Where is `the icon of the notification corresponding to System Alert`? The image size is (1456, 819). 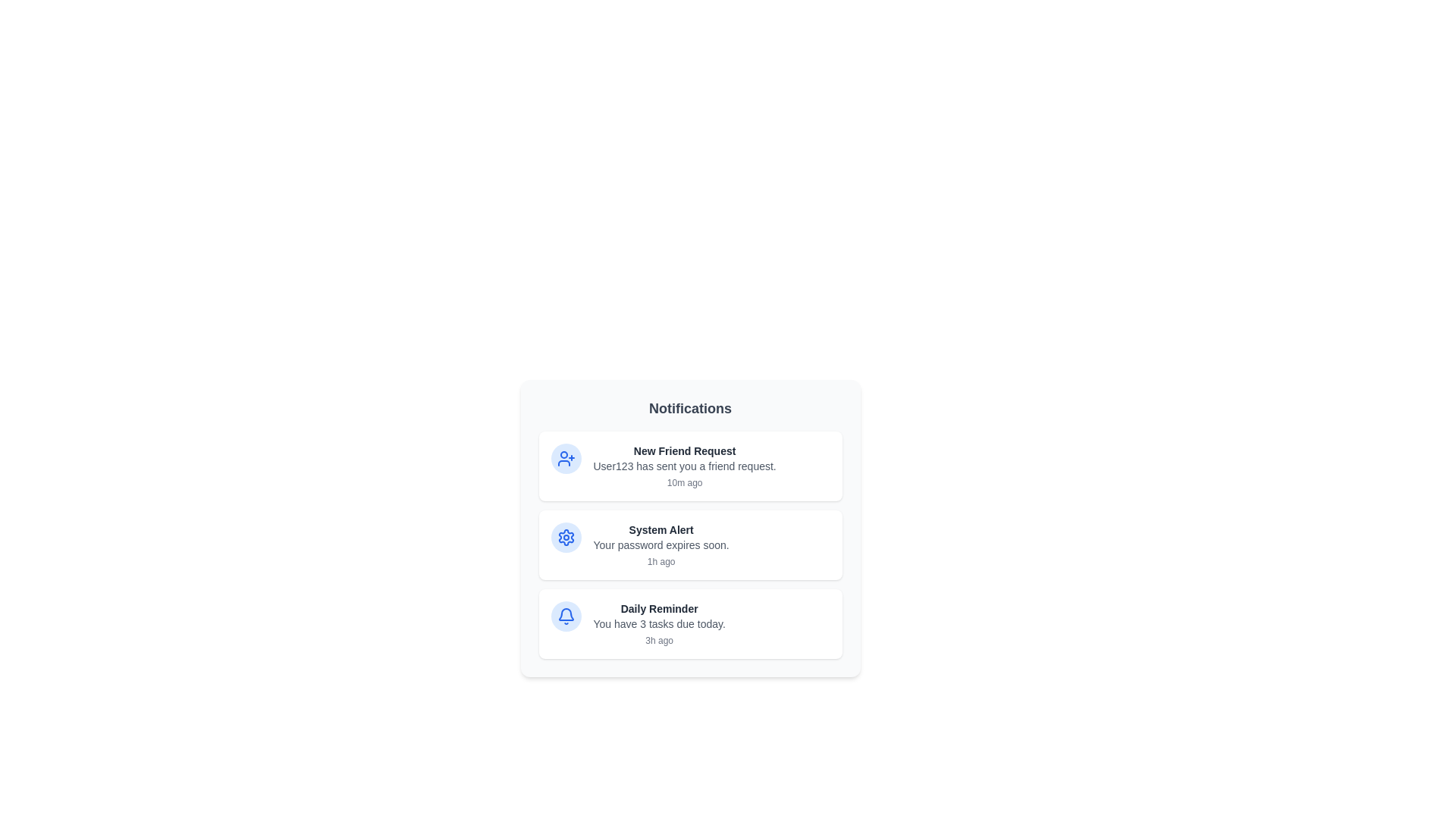 the icon of the notification corresponding to System Alert is located at coordinates (565, 537).